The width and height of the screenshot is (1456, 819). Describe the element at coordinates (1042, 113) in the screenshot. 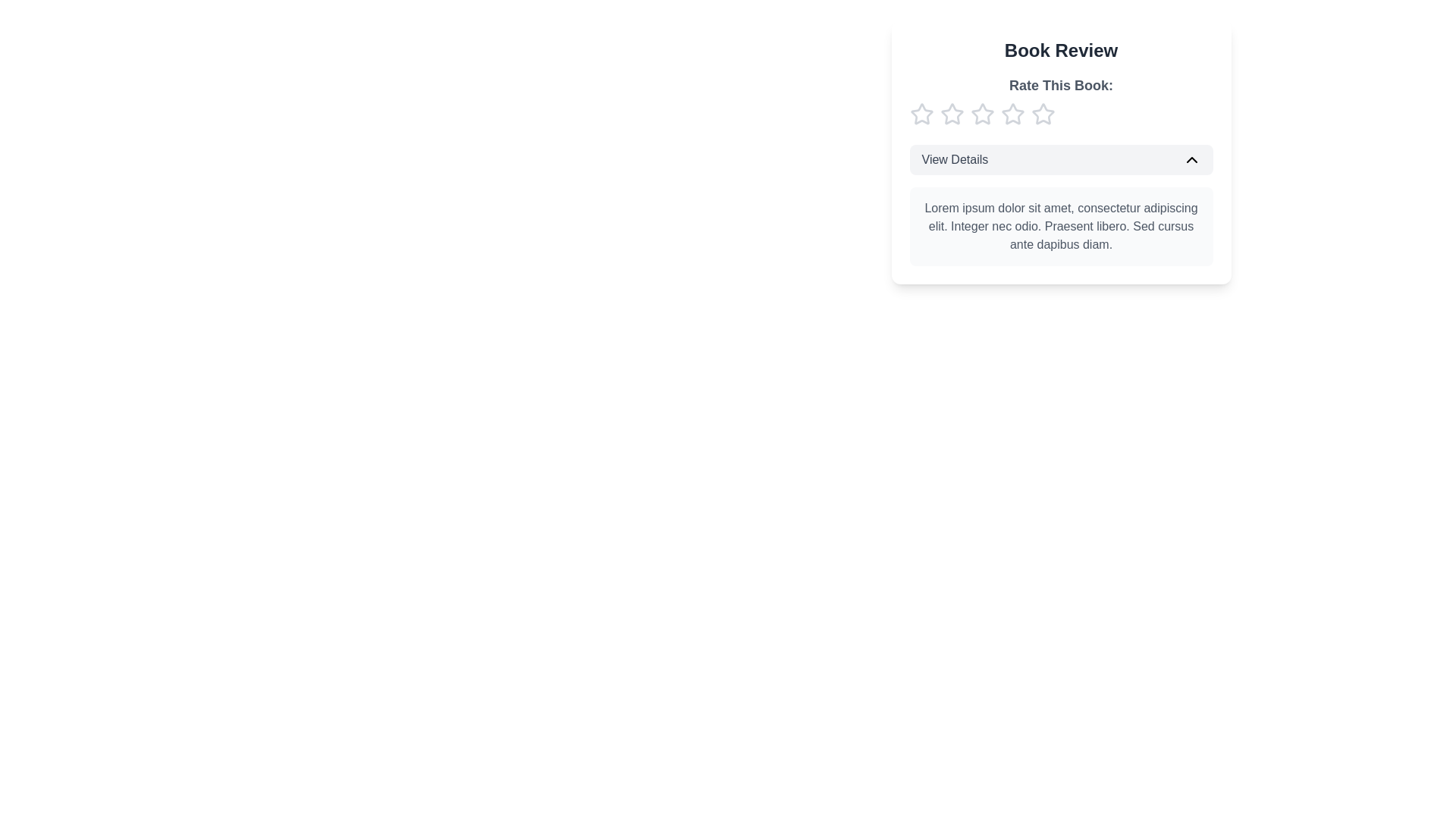

I see `the fourth star in the rating widget within the 'Book Review' interface` at that location.